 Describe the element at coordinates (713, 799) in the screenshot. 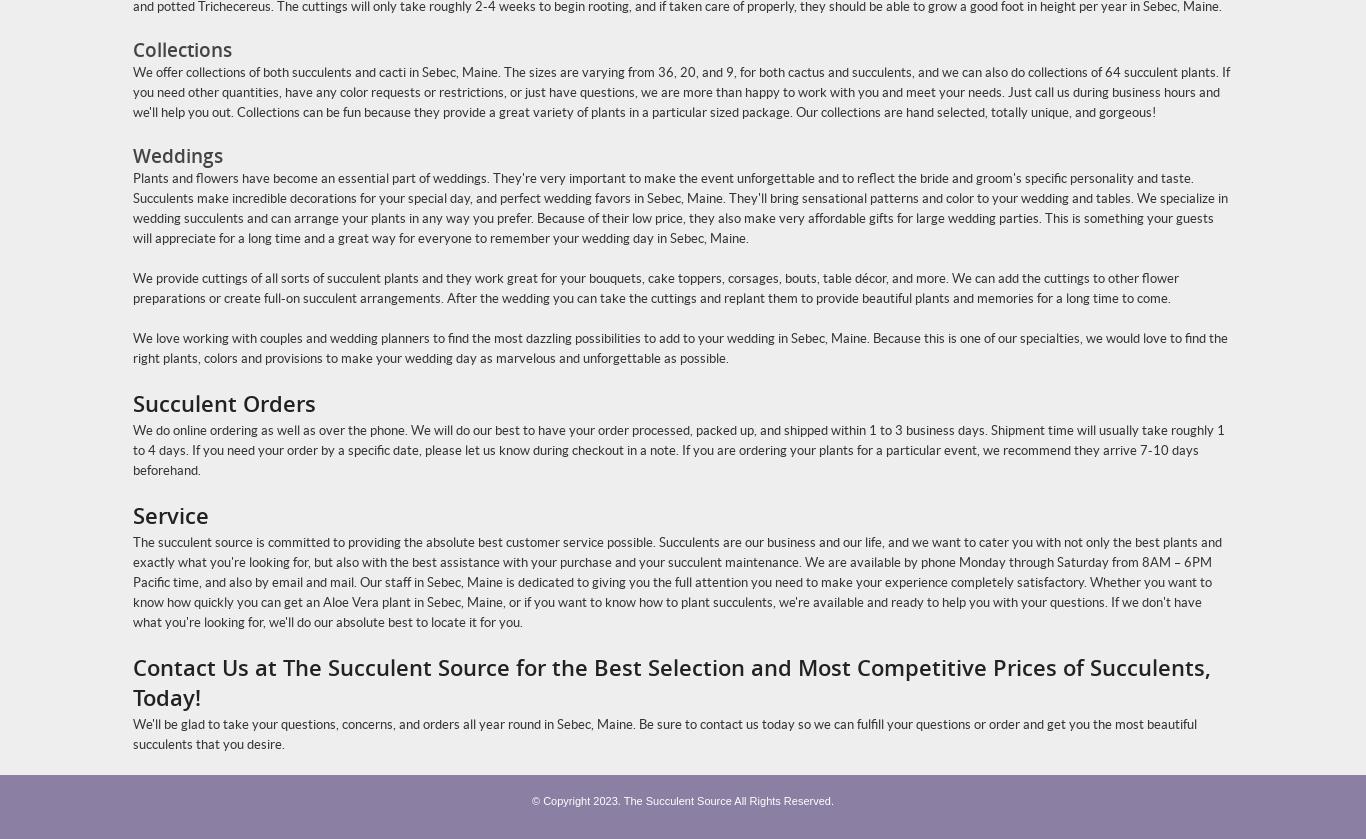

I see `'2023. The Succulent Source All Rights Reserved.'` at that location.